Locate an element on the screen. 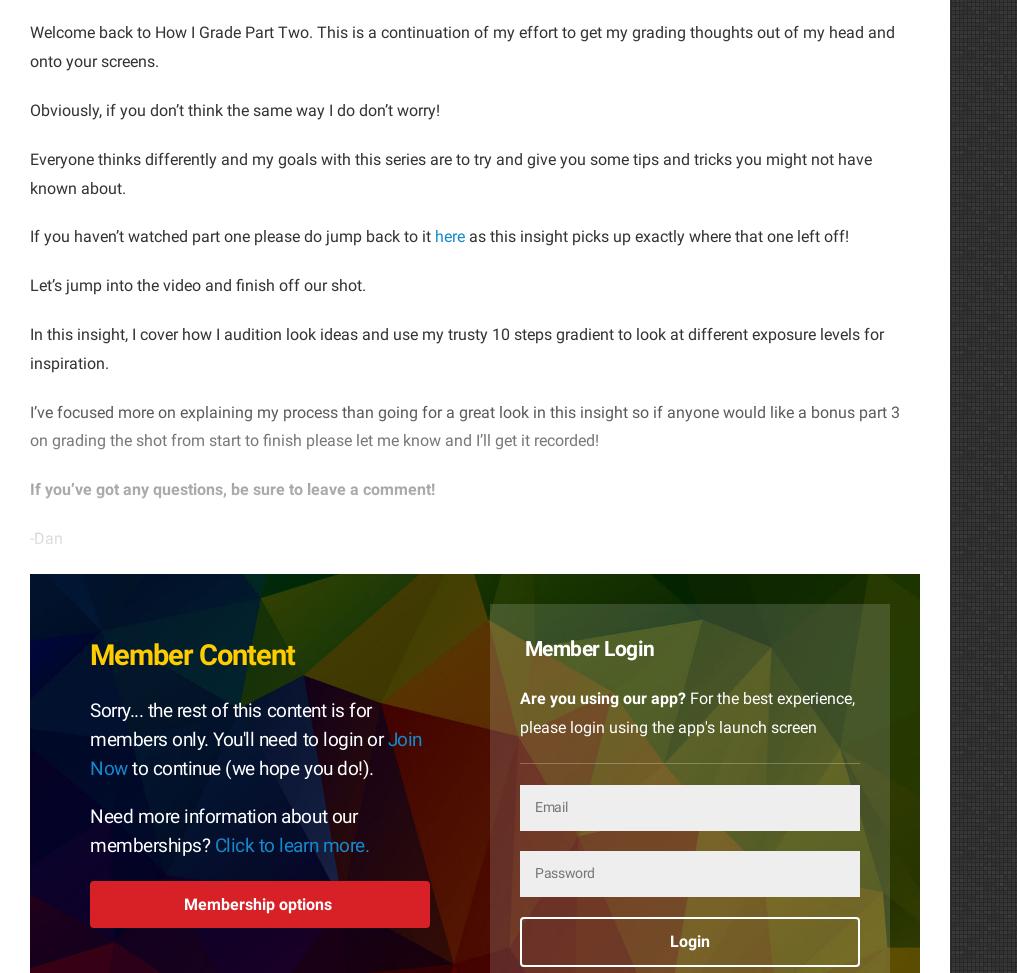 The image size is (1017, 973). 'Welcome back to How I Grade Part Two. This is a continuation of my effort to get my grading thoughts out of my head and onto your screens.' is located at coordinates (461, 46).